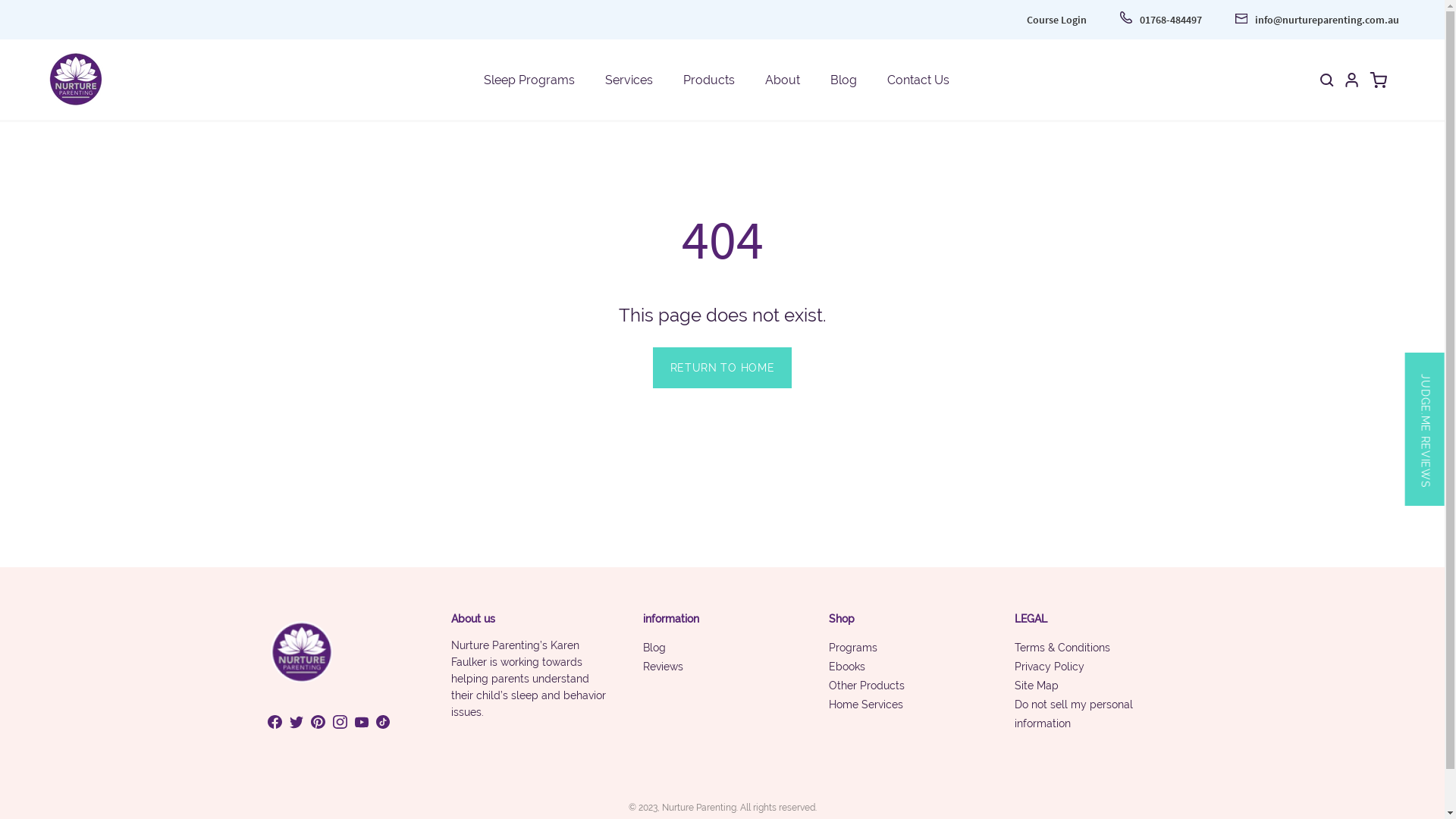 The height and width of the screenshot is (819, 1456). I want to click on 'Course Login', so click(1056, 20).